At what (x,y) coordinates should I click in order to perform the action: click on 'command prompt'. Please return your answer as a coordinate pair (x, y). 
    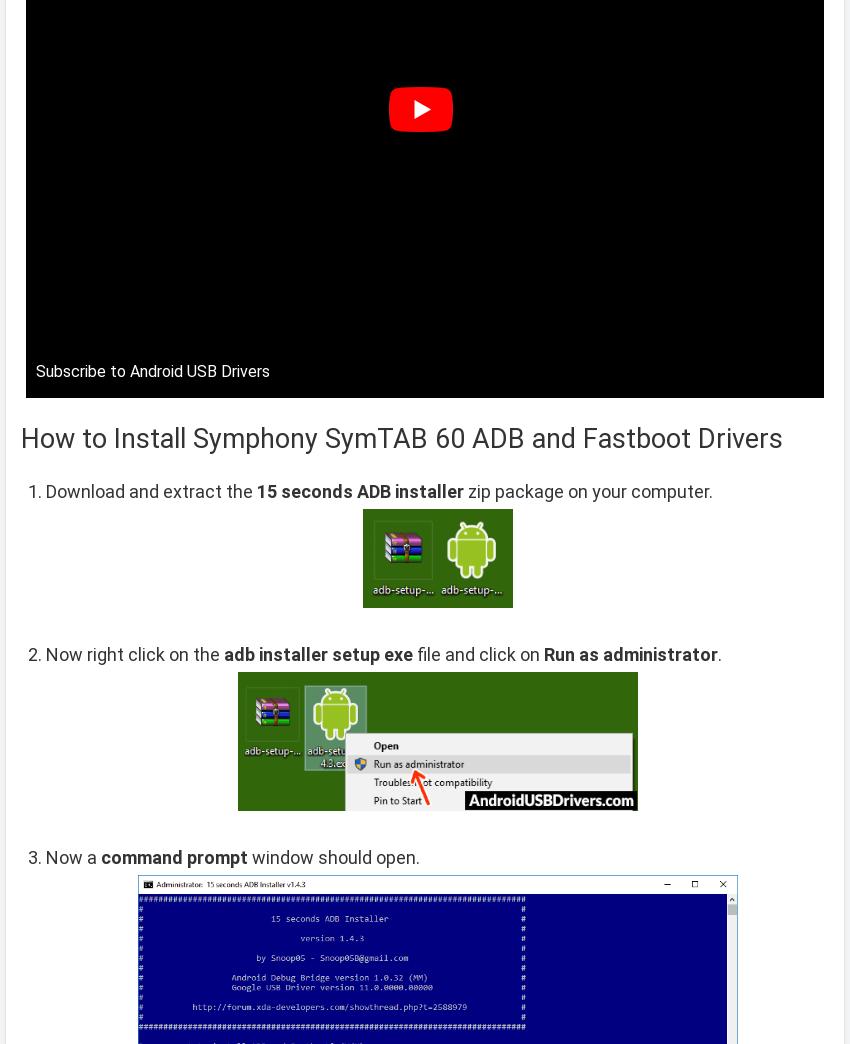
    Looking at the image, I should click on (173, 856).